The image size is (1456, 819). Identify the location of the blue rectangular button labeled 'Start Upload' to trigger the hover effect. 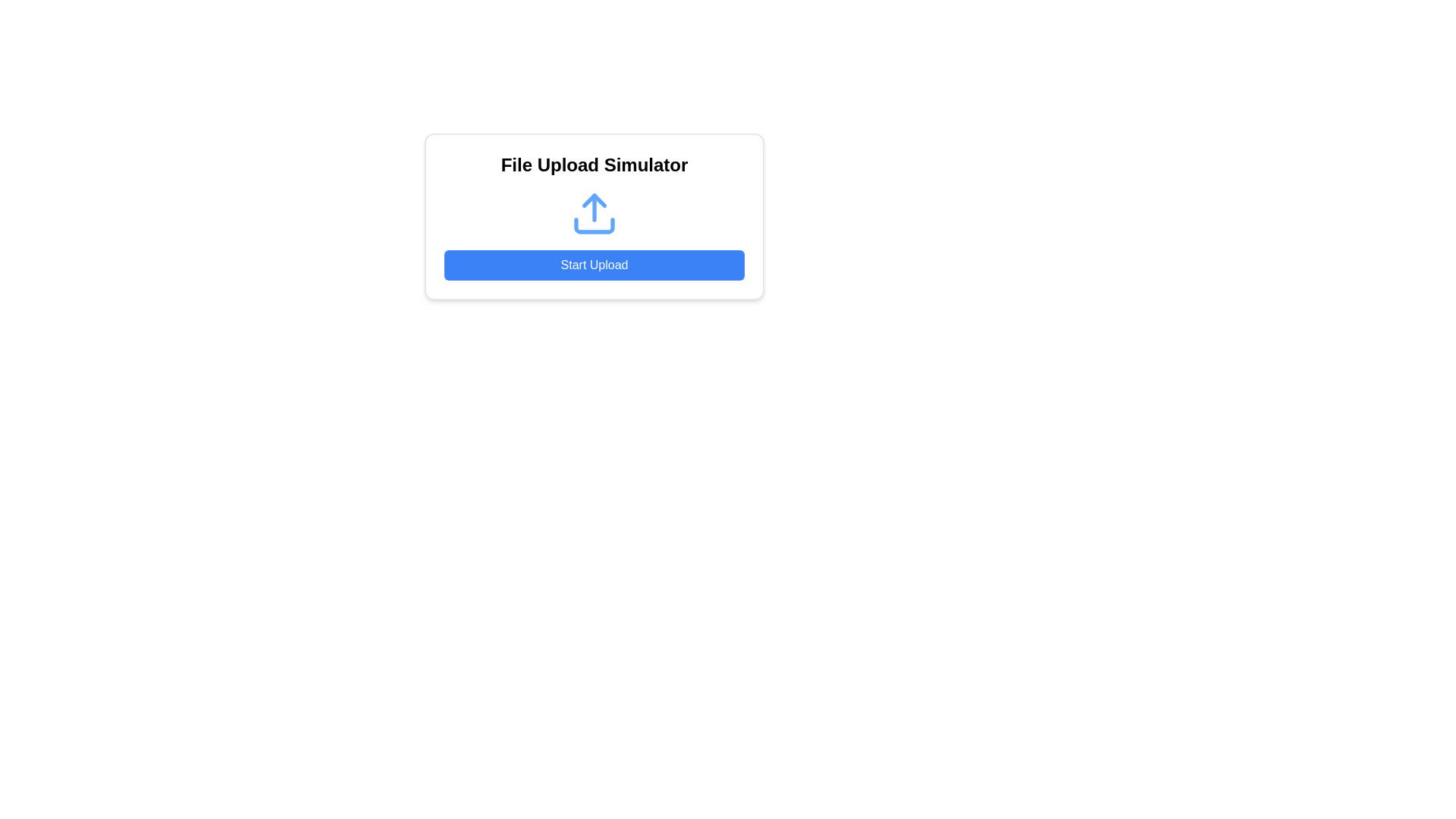
(593, 265).